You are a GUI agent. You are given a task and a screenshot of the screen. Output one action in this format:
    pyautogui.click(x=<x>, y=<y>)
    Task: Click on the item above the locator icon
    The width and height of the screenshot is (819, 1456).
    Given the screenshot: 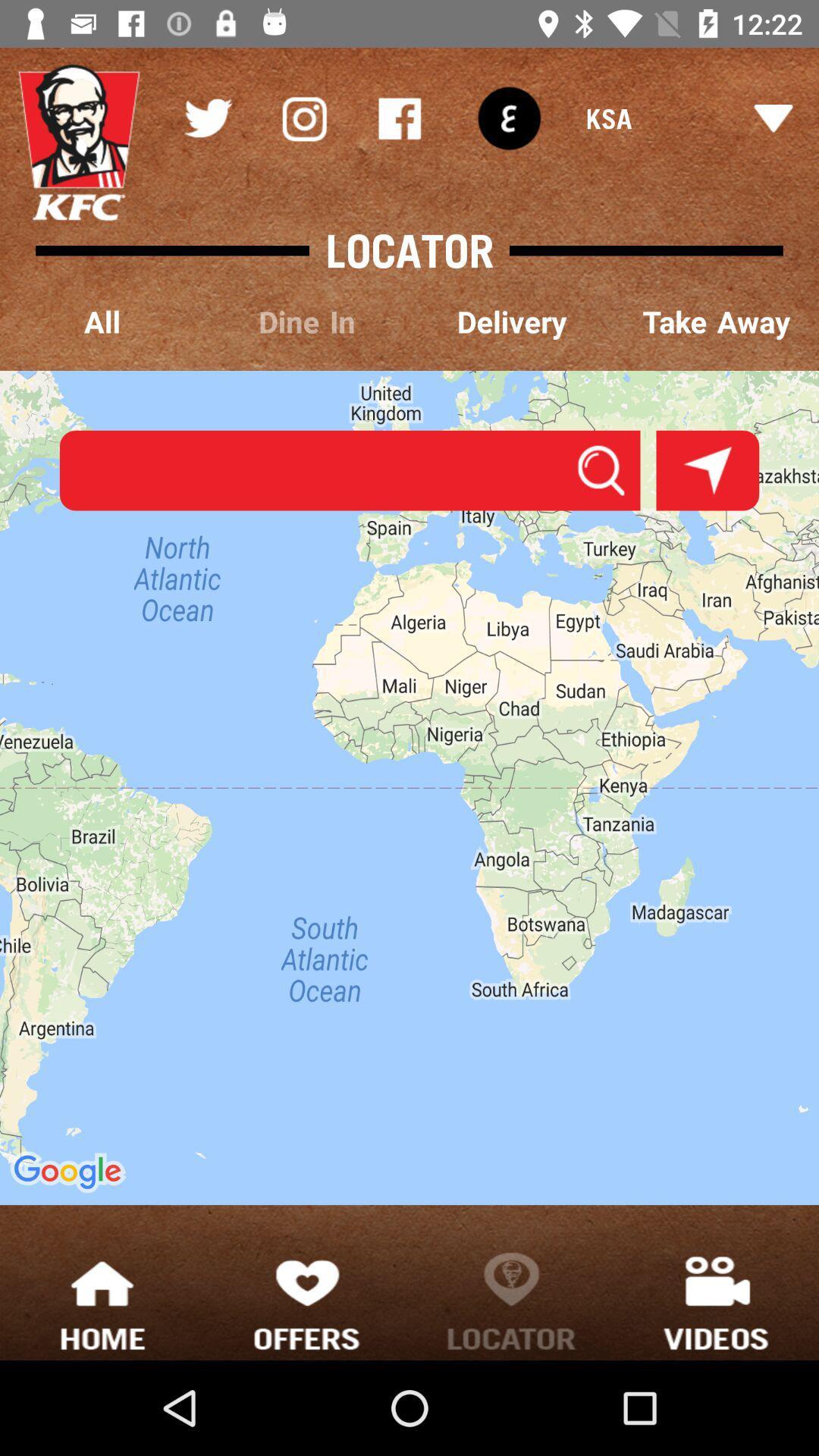 What is the action you would take?
    pyautogui.click(x=509, y=118)
    